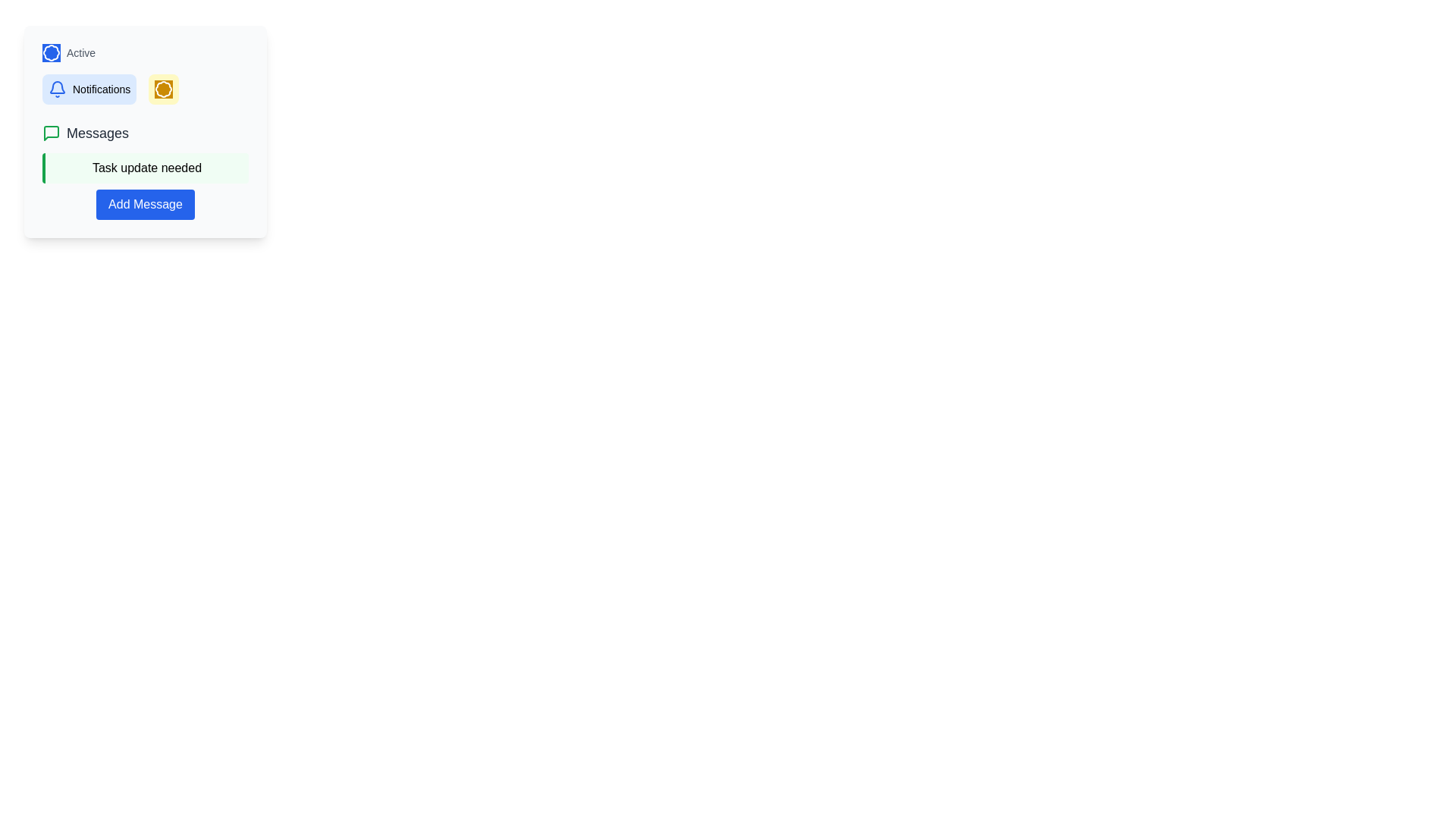 Image resolution: width=1456 pixels, height=819 pixels. Describe the element at coordinates (146, 168) in the screenshot. I see `the Notification label displaying 'Task update needed', which is positioned under the 'Messages' heading and above the 'Add Message' button` at that location.